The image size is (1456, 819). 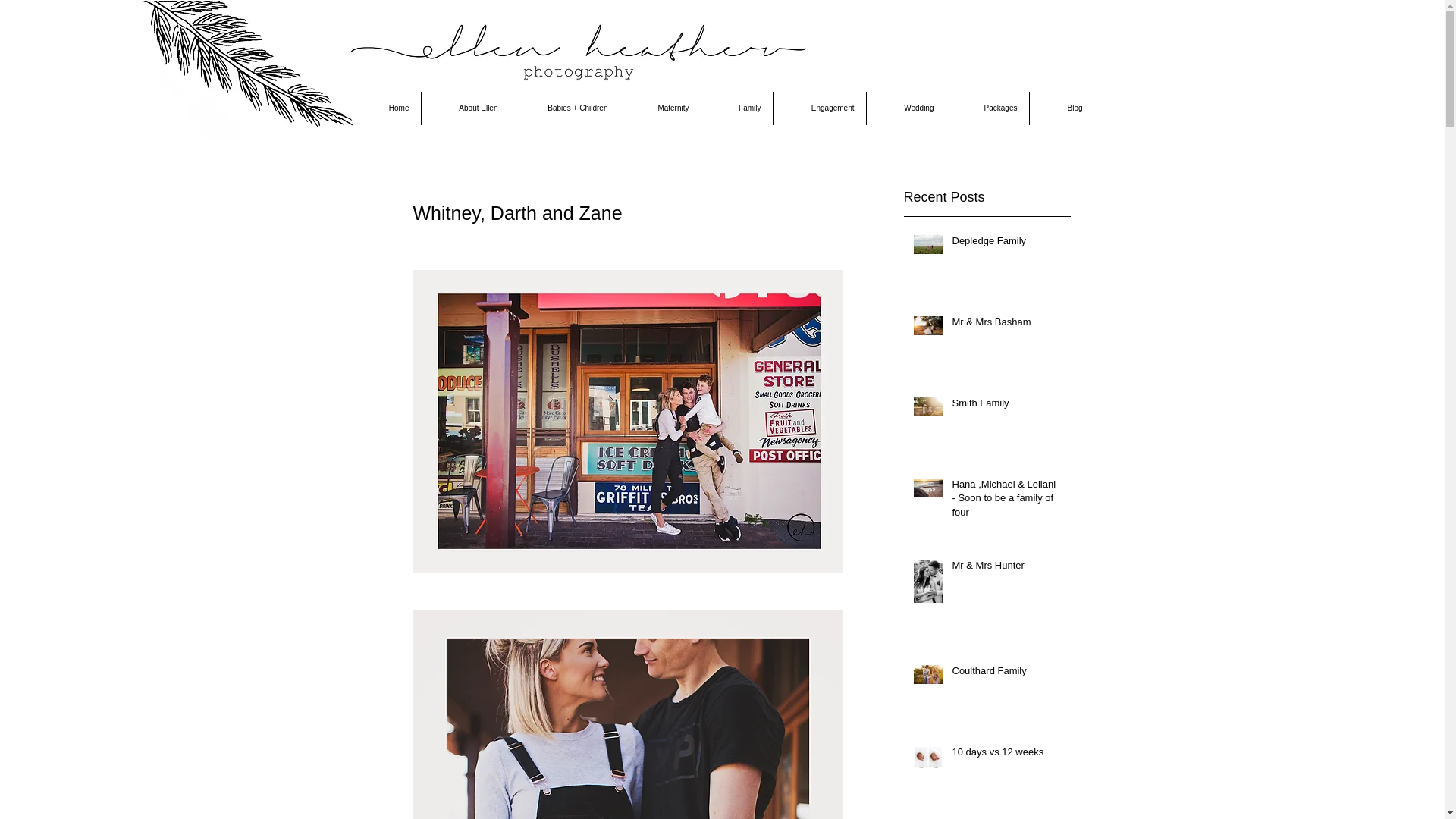 I want to click on 'Smith Family', so click(x=952, y=406).